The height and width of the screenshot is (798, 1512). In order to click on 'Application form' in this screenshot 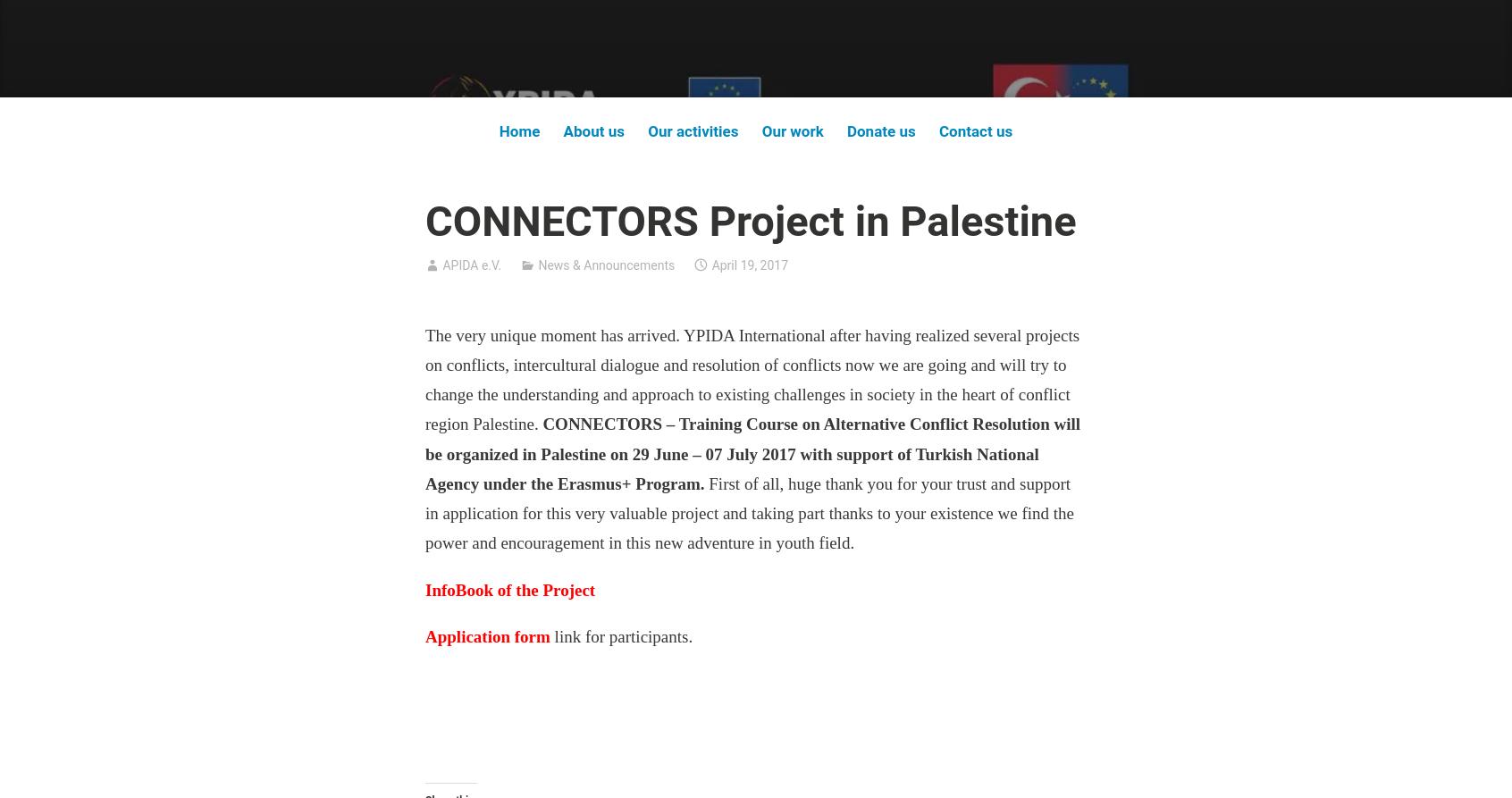, I will do `click(424, 635)`.